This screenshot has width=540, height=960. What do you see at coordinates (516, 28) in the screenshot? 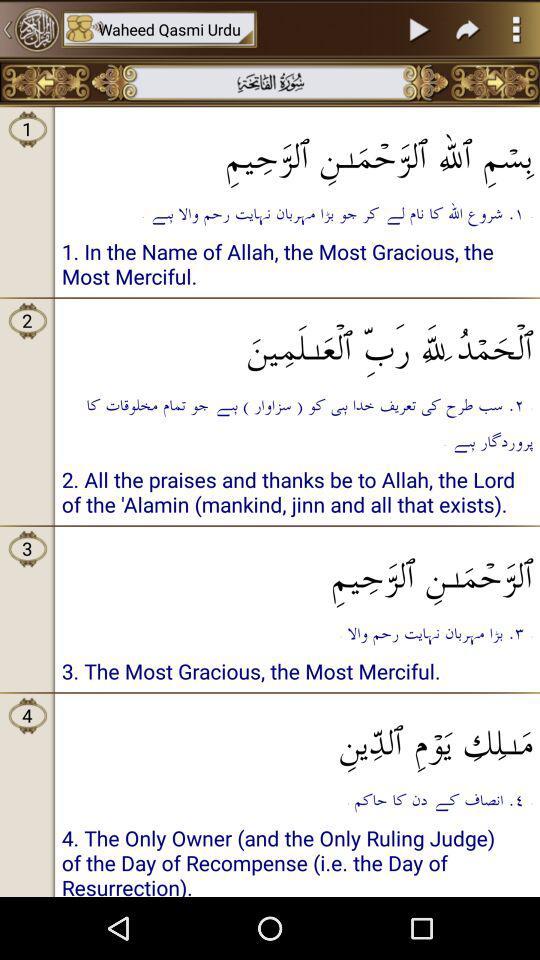
I see `open options menu` at bounding box center [516, 28].